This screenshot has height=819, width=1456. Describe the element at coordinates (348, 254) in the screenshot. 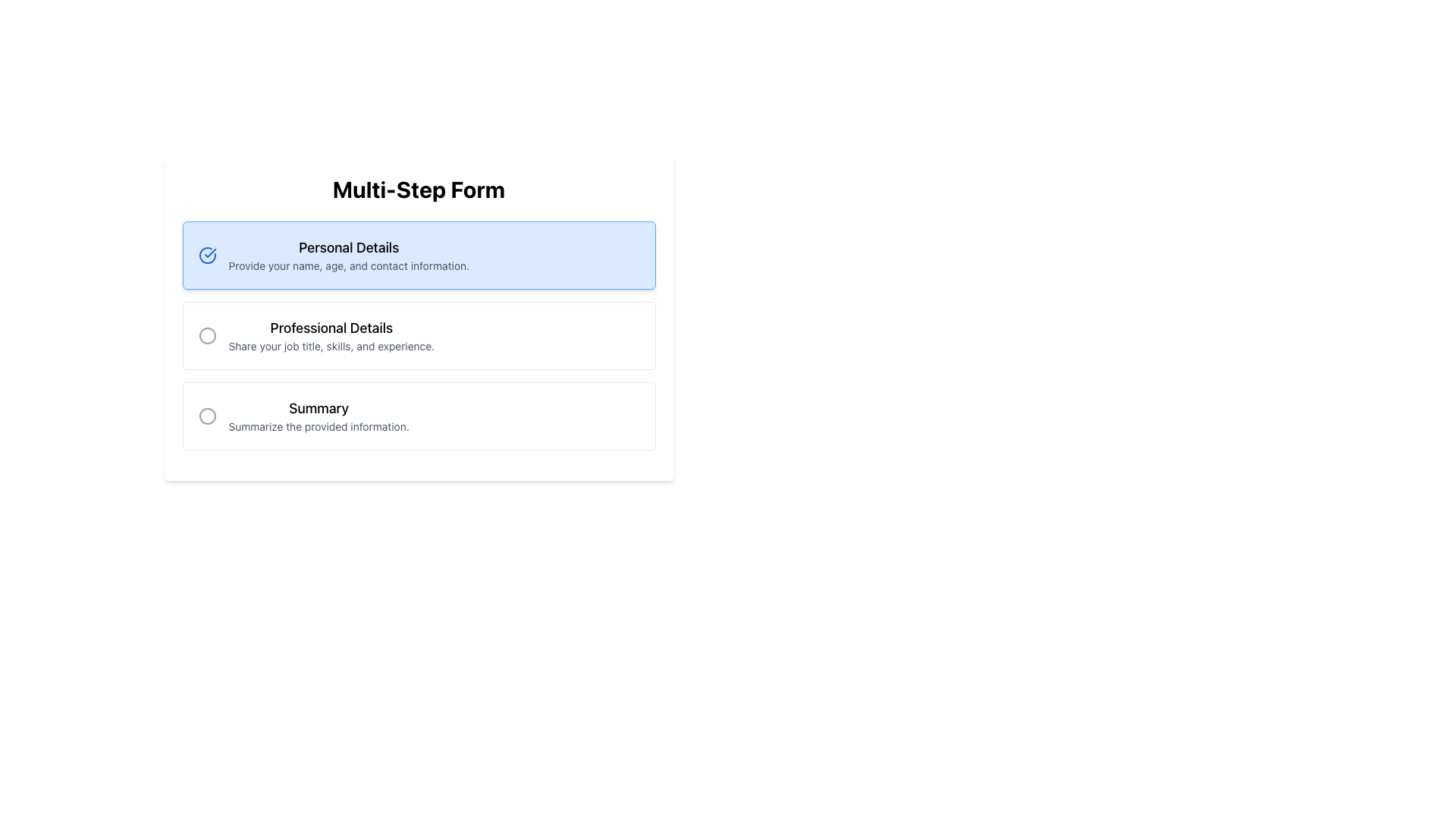

I see `the informational text block labeled 'Personal Details'` at that location.